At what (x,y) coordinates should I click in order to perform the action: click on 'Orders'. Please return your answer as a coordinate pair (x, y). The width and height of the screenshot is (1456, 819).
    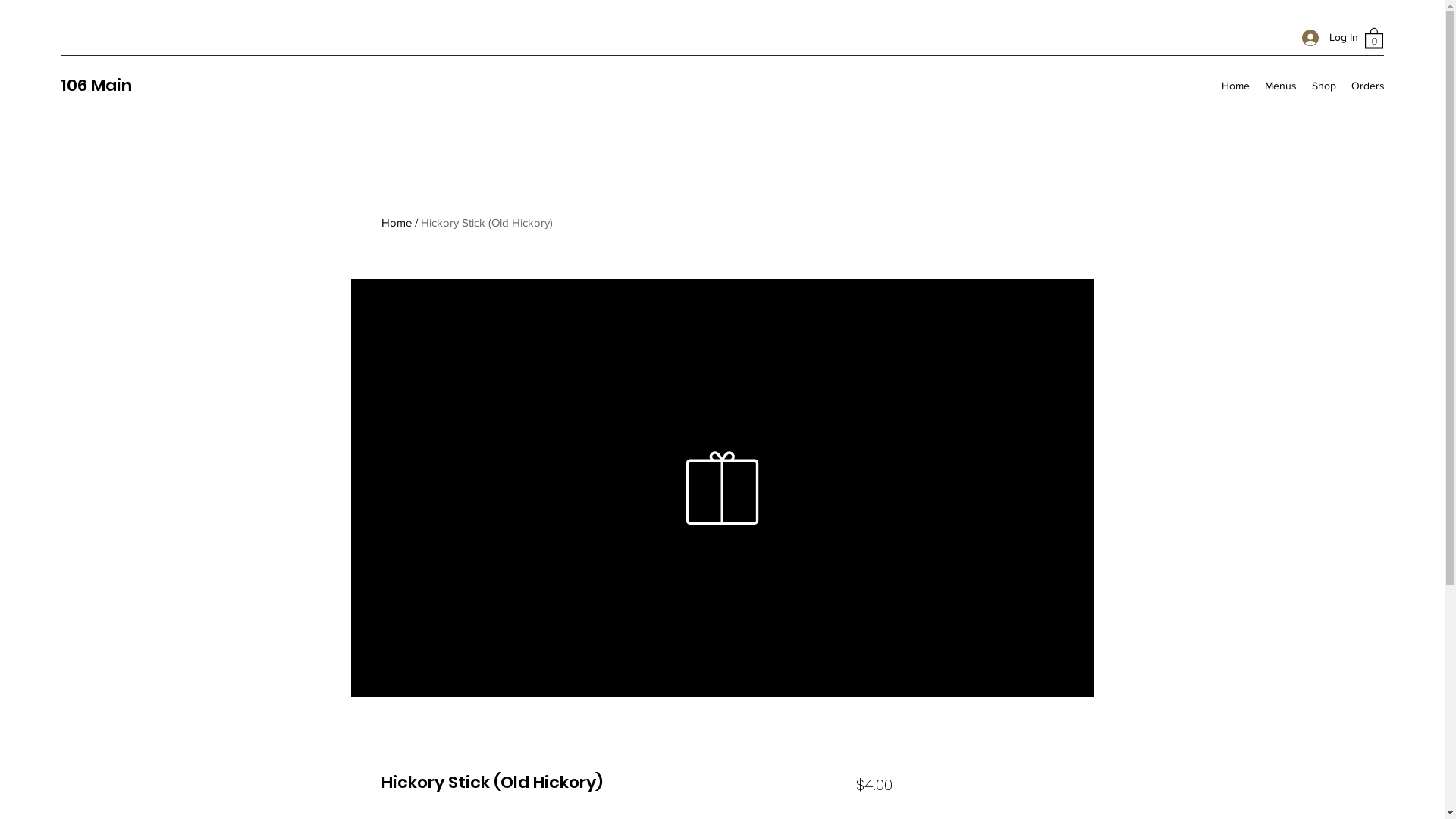
    Looking at the image, I should click on (1343, 85).